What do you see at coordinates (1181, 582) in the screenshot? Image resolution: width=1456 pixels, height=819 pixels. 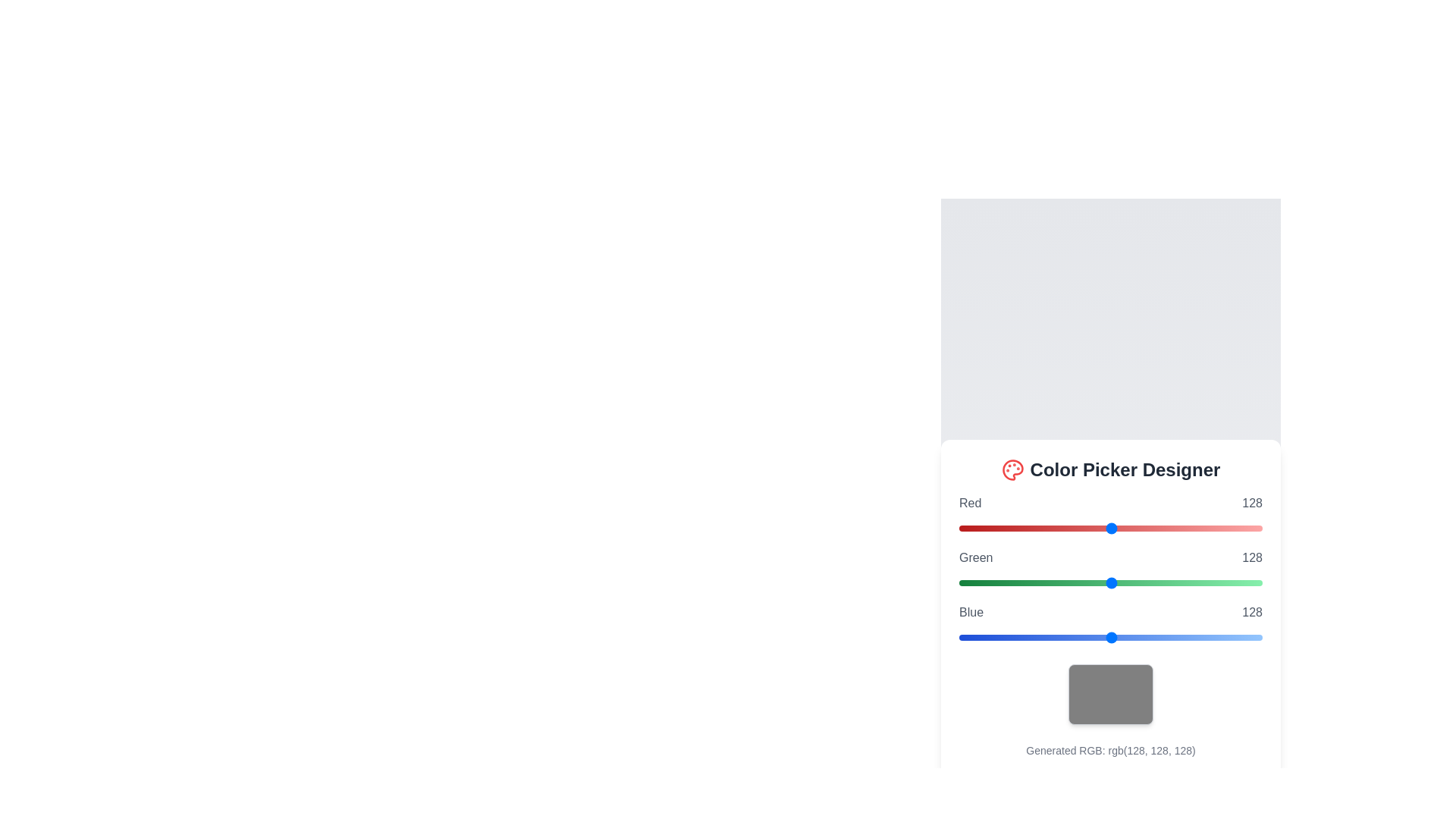 I see `the green slider to set its value to 188` at bounding box center [1181, 582].